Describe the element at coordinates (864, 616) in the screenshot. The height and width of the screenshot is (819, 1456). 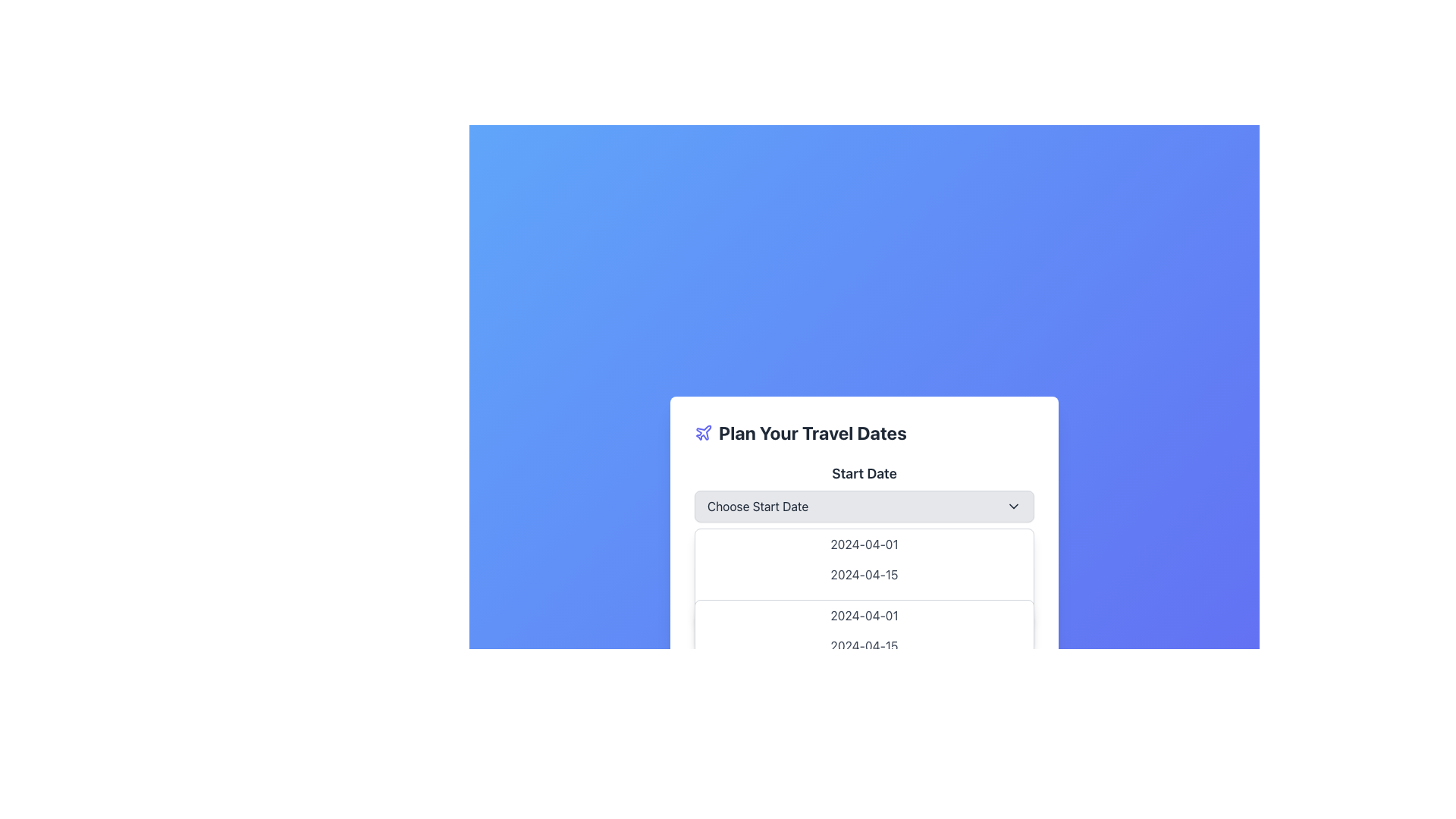
I see `the dropdown option displaying the text '2024-04-01'` at that location.